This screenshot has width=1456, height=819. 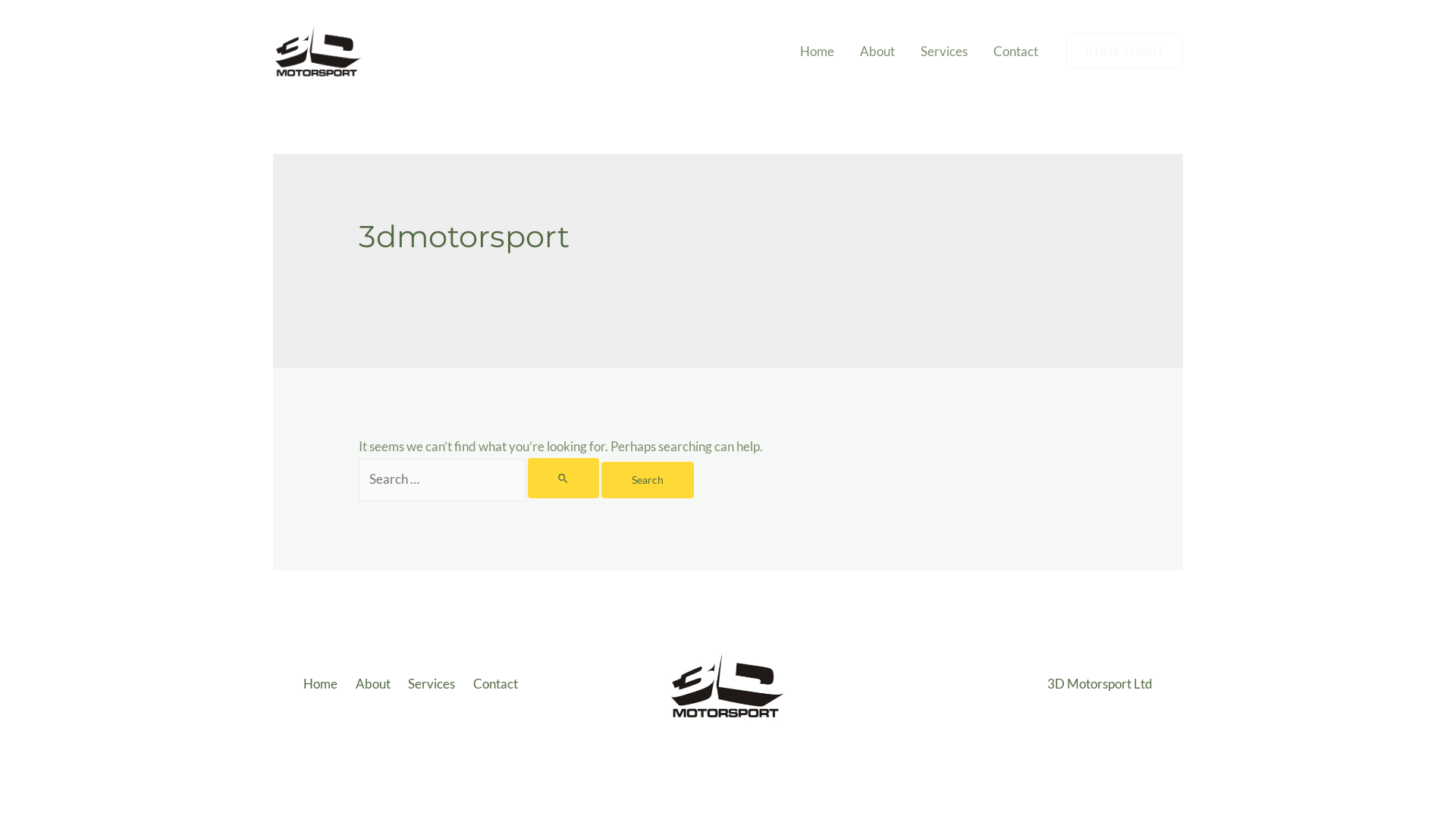 What do you see at coordinates (816, 51) in the screenshot?
I see `'Home'` at bounding box center [816, 51].